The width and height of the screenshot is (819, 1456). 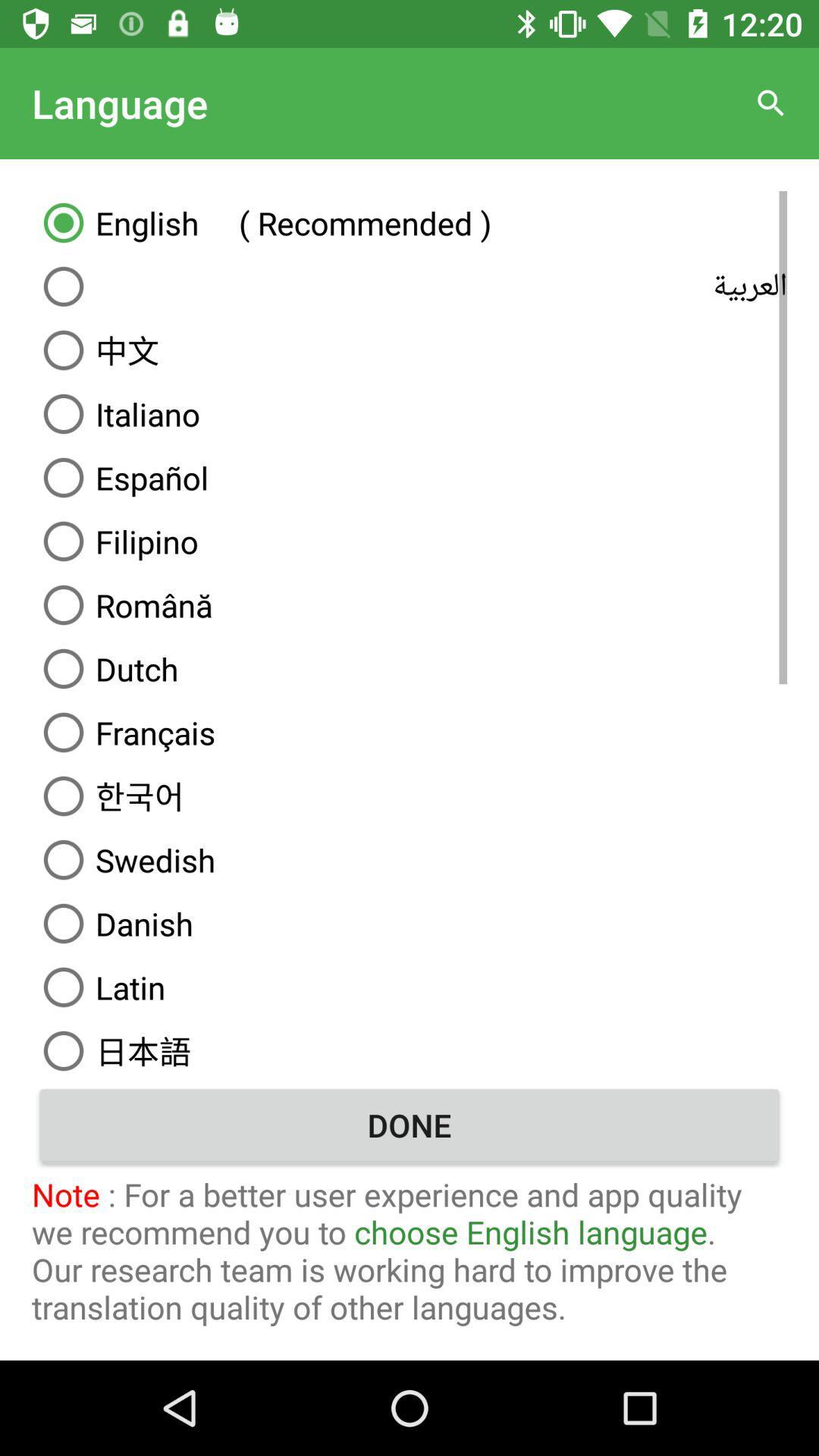 I want to click on the dutch icon, so click(x=409, y=668).